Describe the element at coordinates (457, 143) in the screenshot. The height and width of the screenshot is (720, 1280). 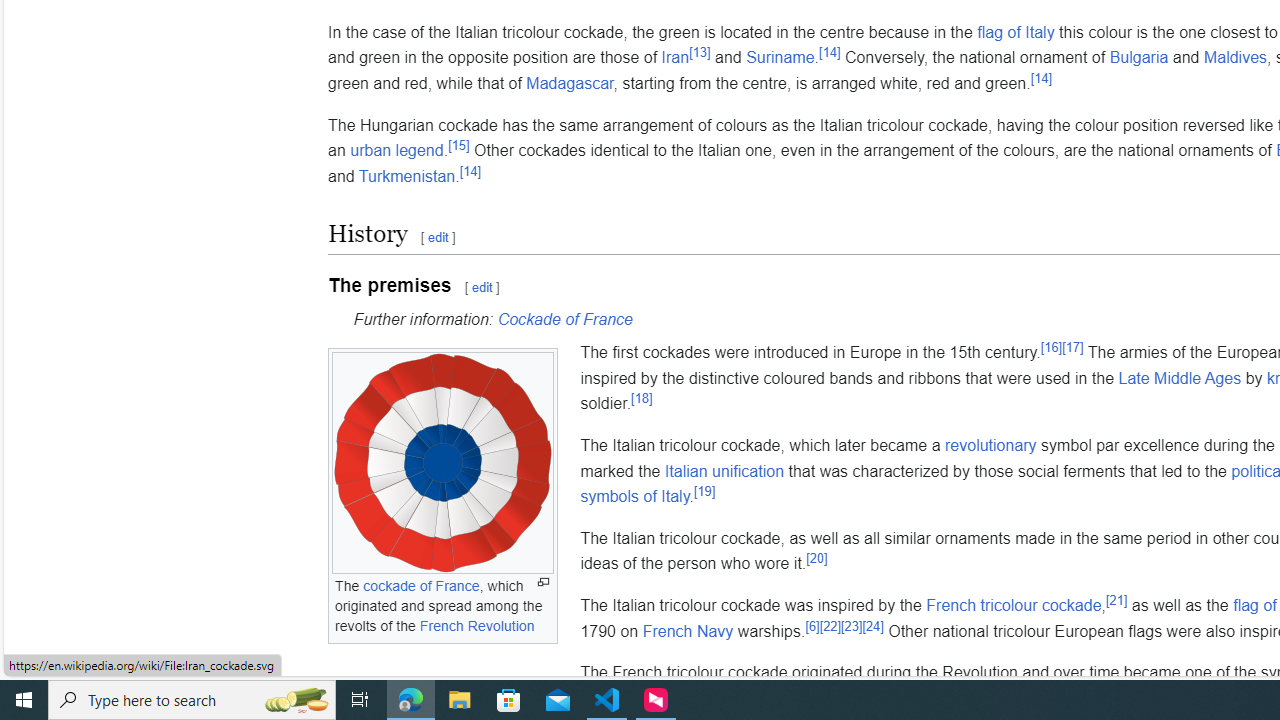
I see `'[15]'` at that location.